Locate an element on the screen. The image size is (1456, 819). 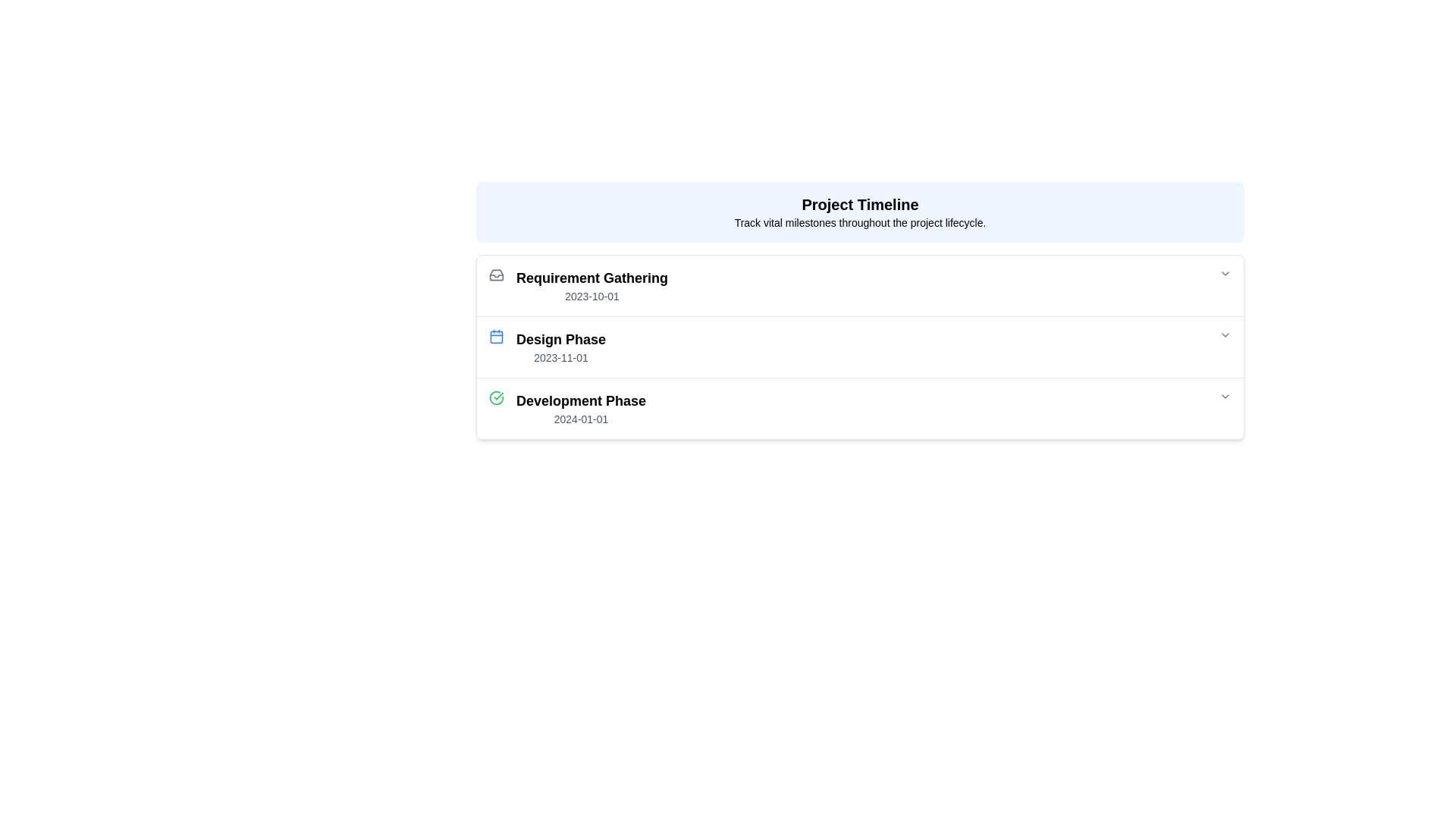
the Text display element that shows 'Development Phase' and '2024-01-01', located under the 'Project Timeline' heading is located at coordinates (580, 408).